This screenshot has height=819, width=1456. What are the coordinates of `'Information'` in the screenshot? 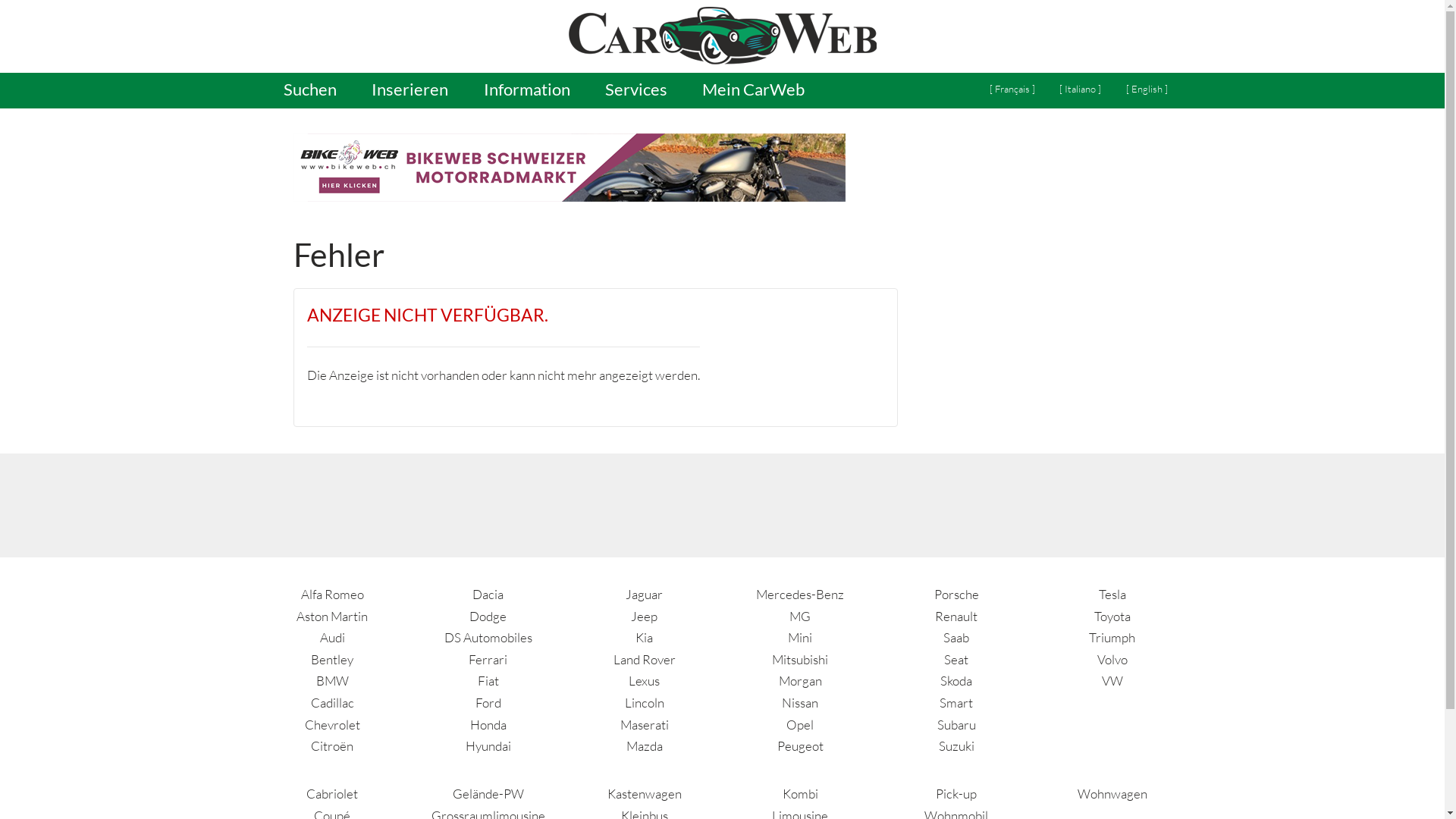 It's located at (526, 90).